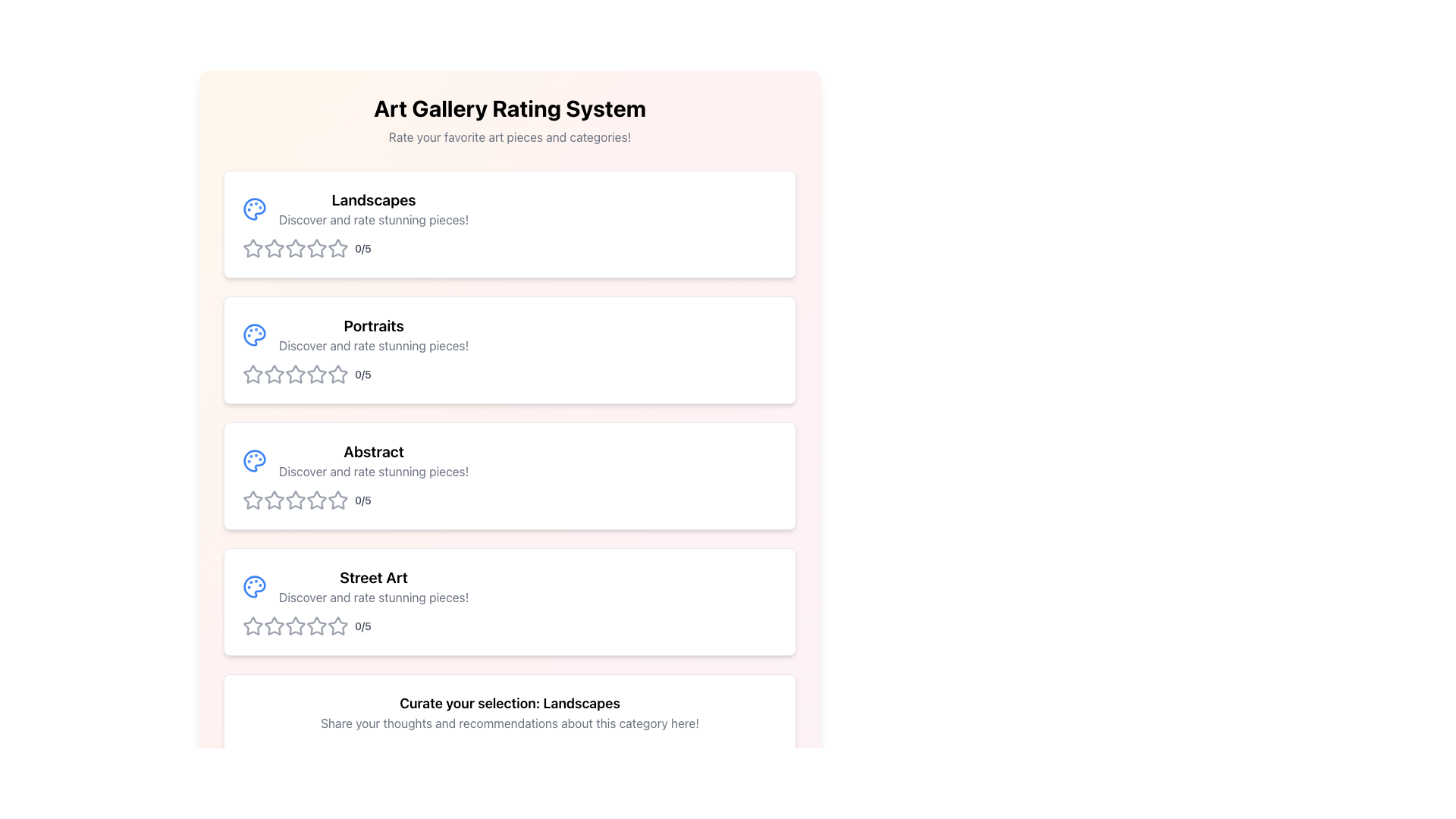  What do you see at coordinates (315, 500) in the screenshot?
I see `the fourth star icon in the five-star rating system` at bounding box center [315, 500].